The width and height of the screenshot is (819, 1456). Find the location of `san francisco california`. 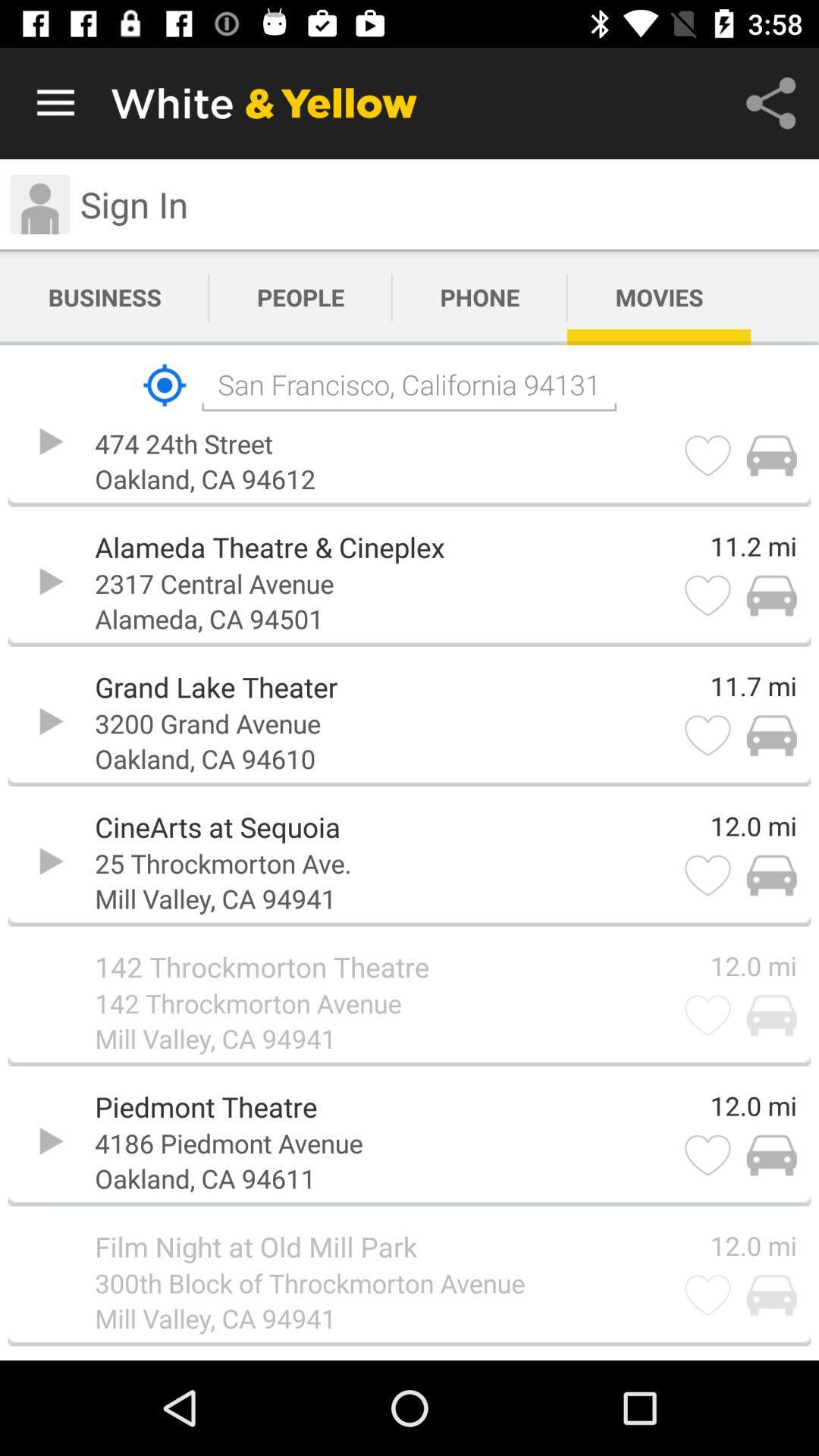

san francisco california is located at coordinates (408, 385).